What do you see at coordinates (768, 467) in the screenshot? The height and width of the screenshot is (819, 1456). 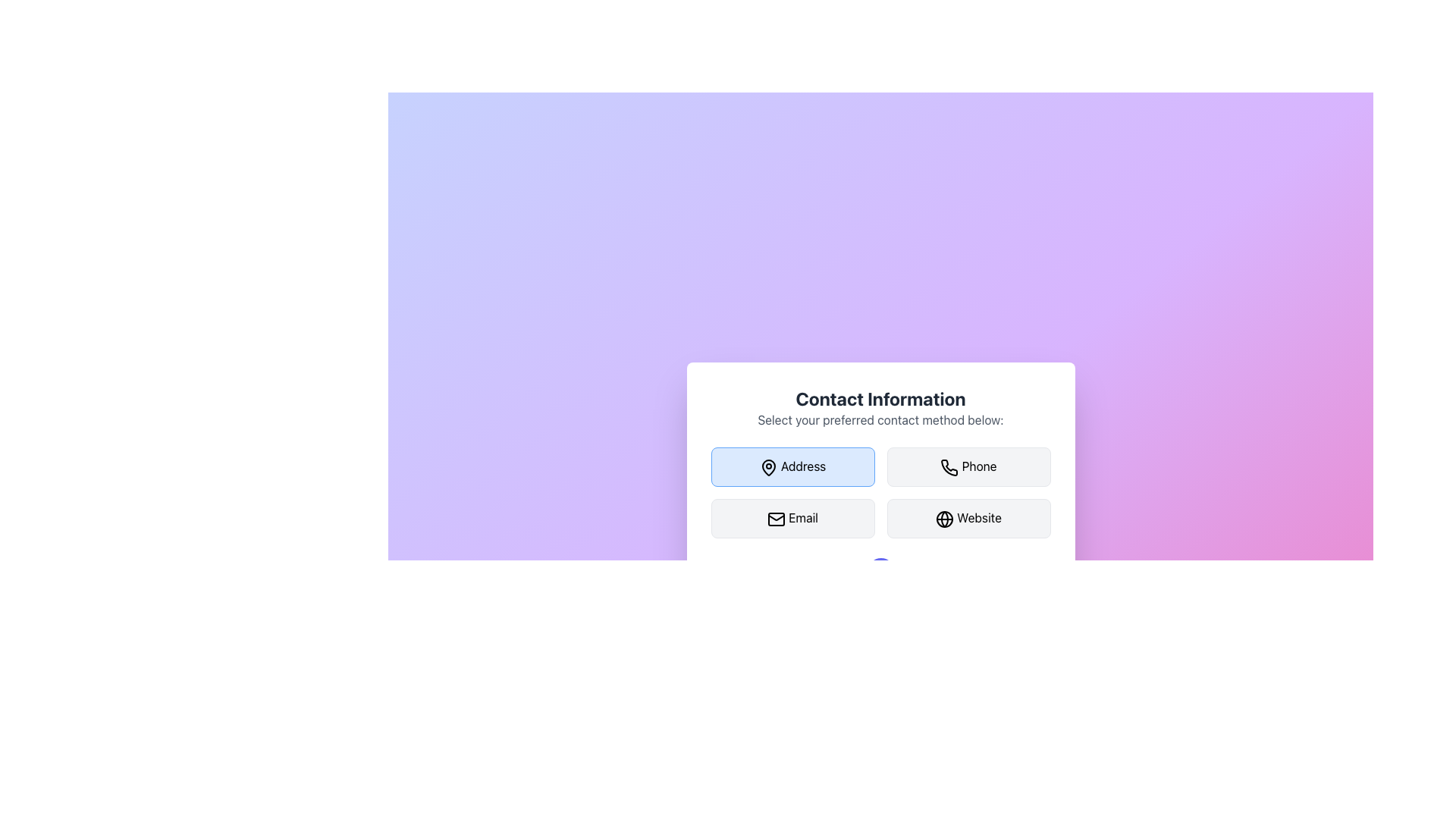 I see `the map pin icon located near the top-left corner of the Address button in the contact method selection area` at bounding box center [768, 467].